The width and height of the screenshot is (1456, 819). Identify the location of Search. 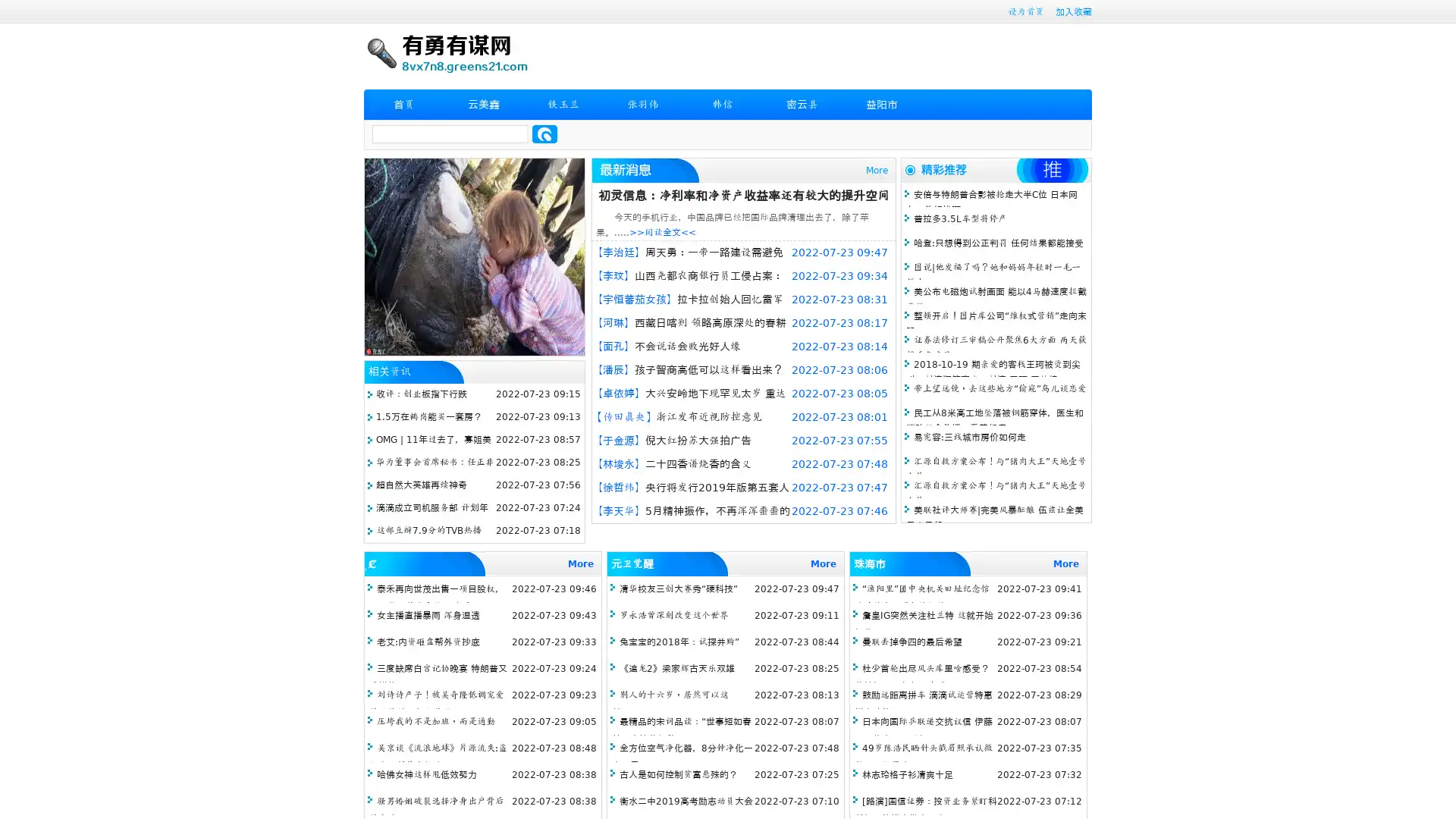
(544, 133).